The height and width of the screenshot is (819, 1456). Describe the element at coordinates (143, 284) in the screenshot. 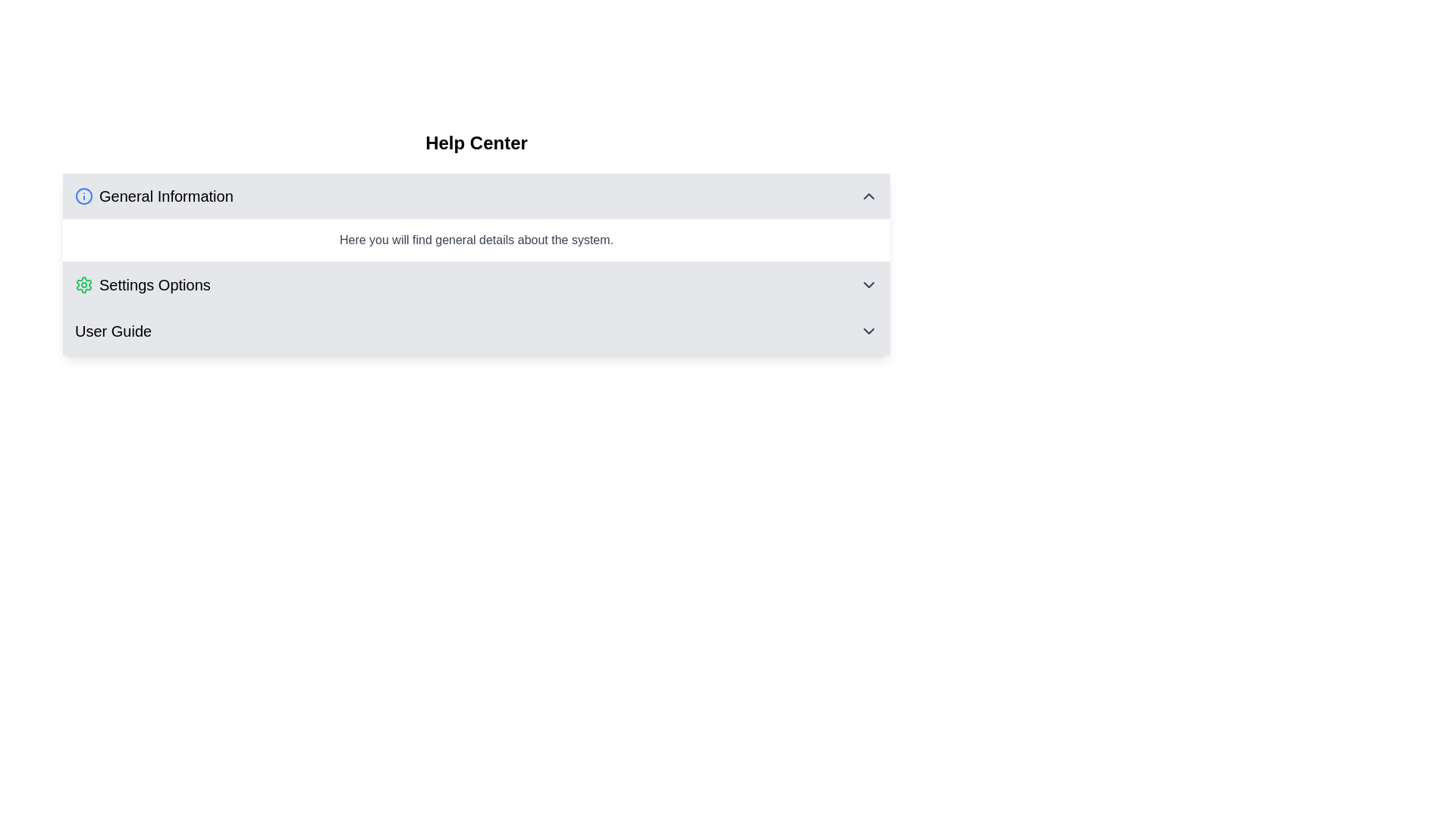

I see `the menu item located in the second row of the 'Help Center' list, positioned below 'General Information' and above 'User Guide'` at that location.